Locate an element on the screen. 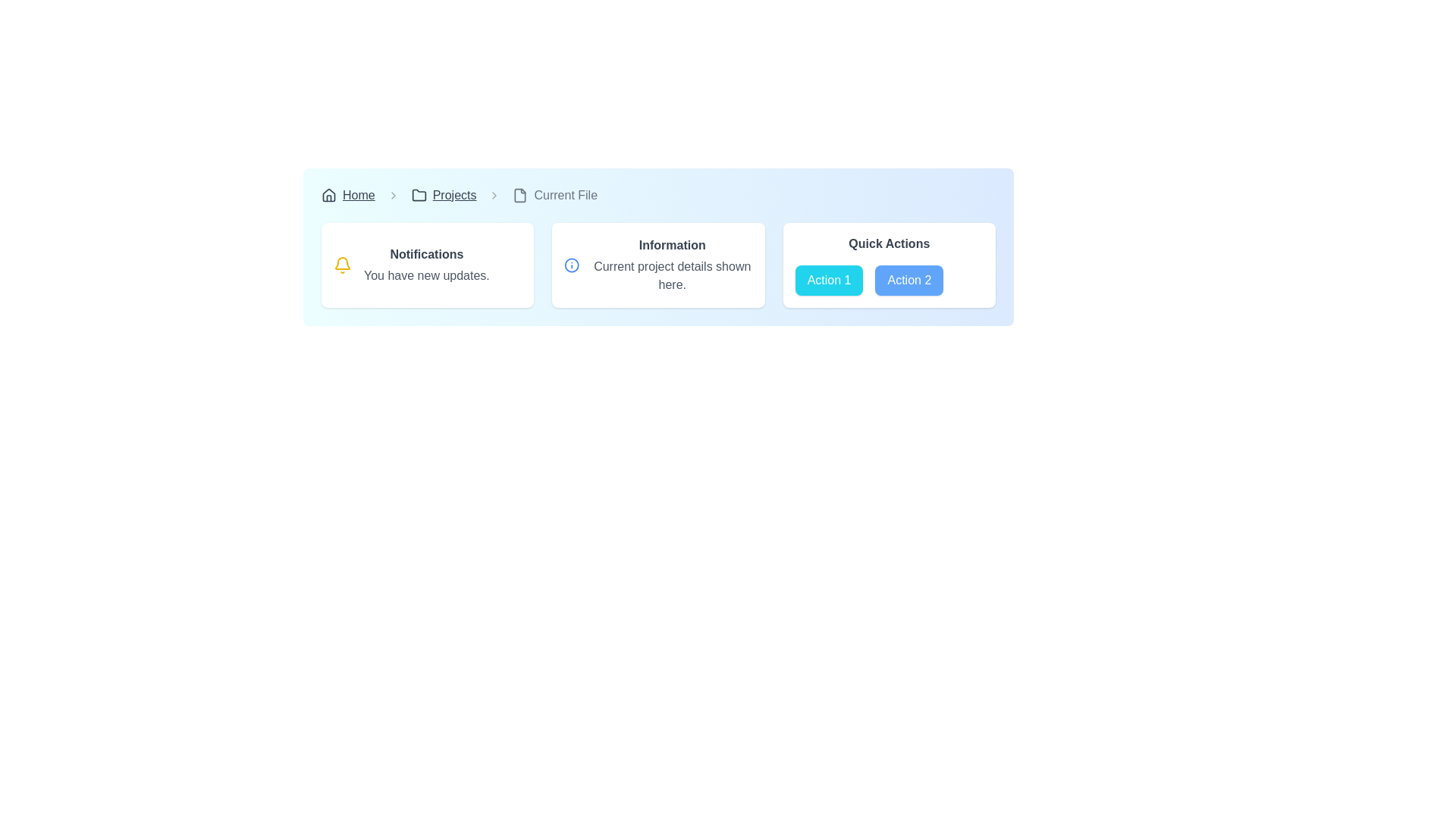 The height and width of the screenshot is (819, 1456). the button labeled 'Action 2' in the 'Quick Actions' panel, which is the third panel on the rightmost side containing two buttons styled with a cyan and blue background is located at coordinates (889, 265).